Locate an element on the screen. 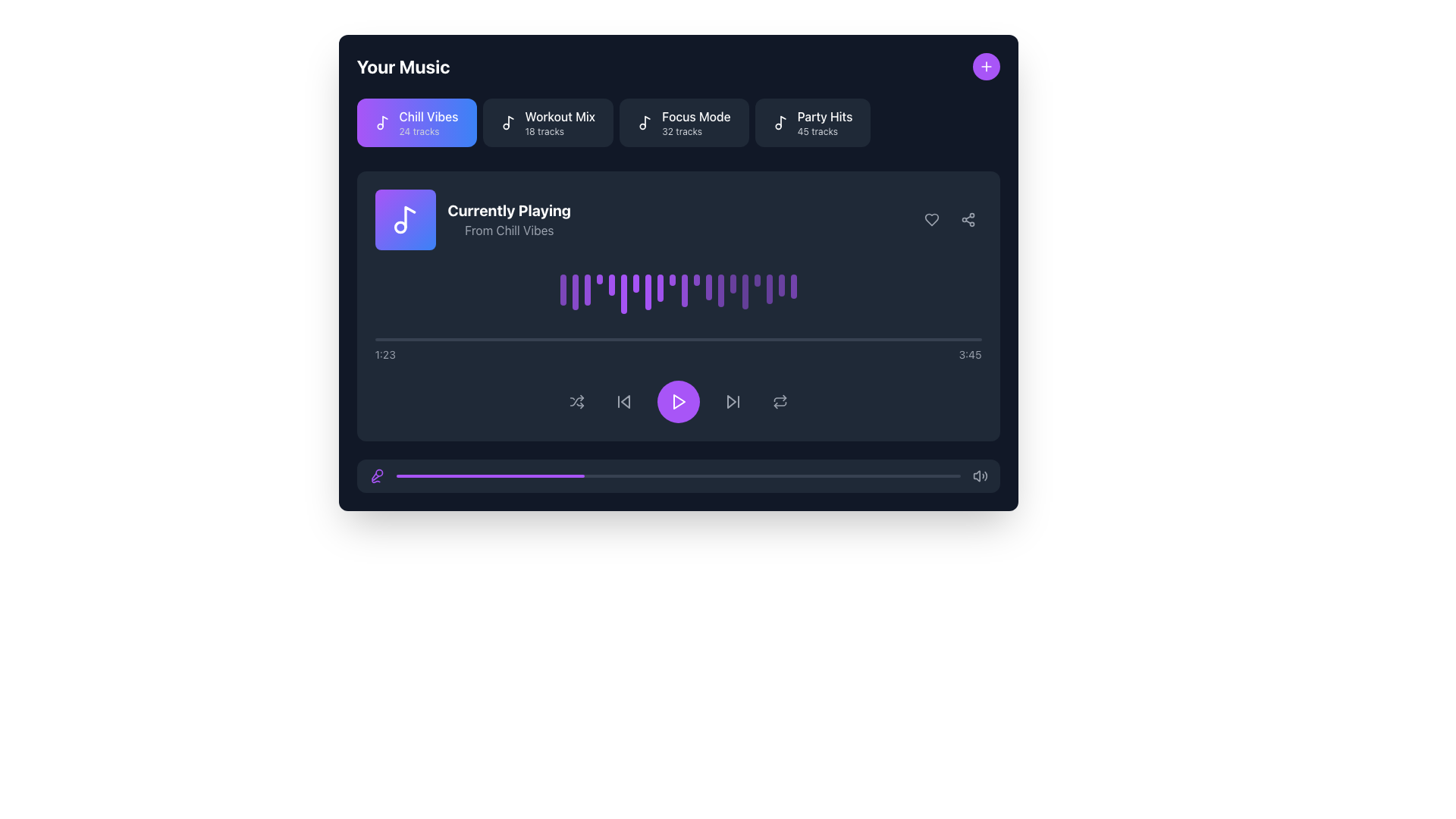 Image resolution: width=1456 pixels, height=819 pixels. the music icon located at the left side of the 'Workout Mix' button, which is part of a horizontal list of buttons, just below the text 'Your Music' is located at coordinates (508, 122).